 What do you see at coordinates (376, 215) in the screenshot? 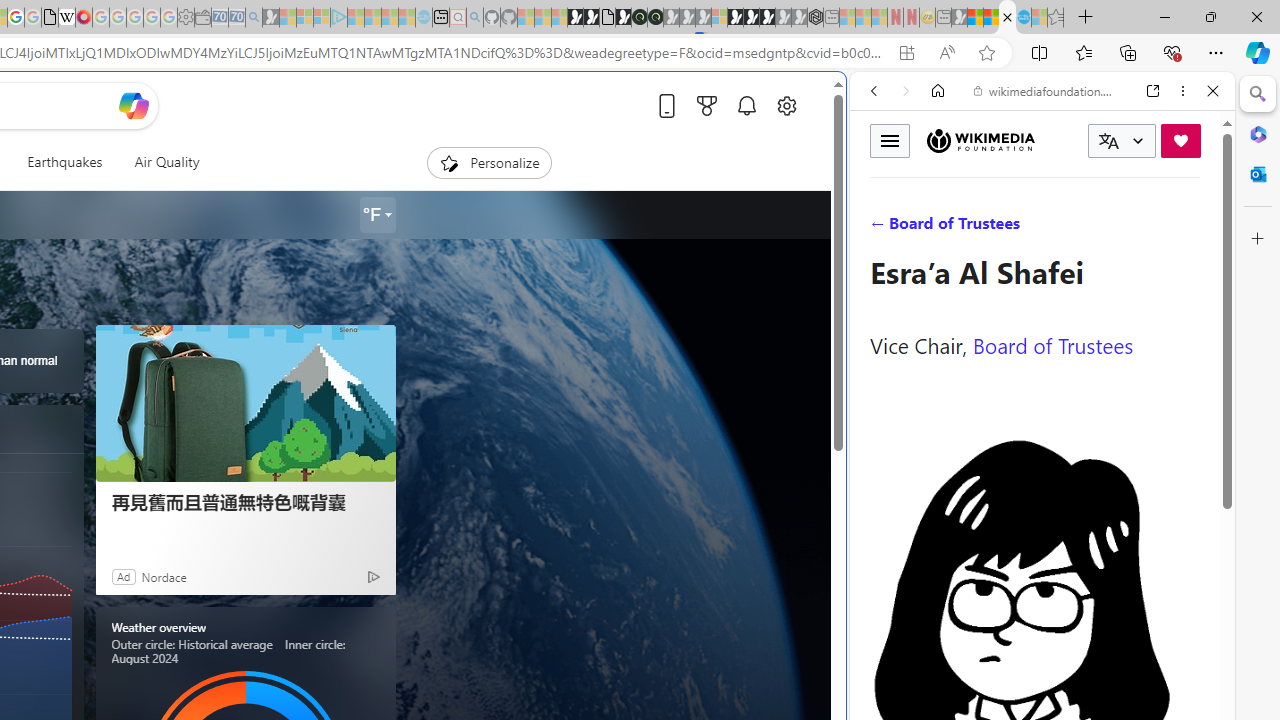
I see `'Weather settings'` at bounding box center [376, 215].